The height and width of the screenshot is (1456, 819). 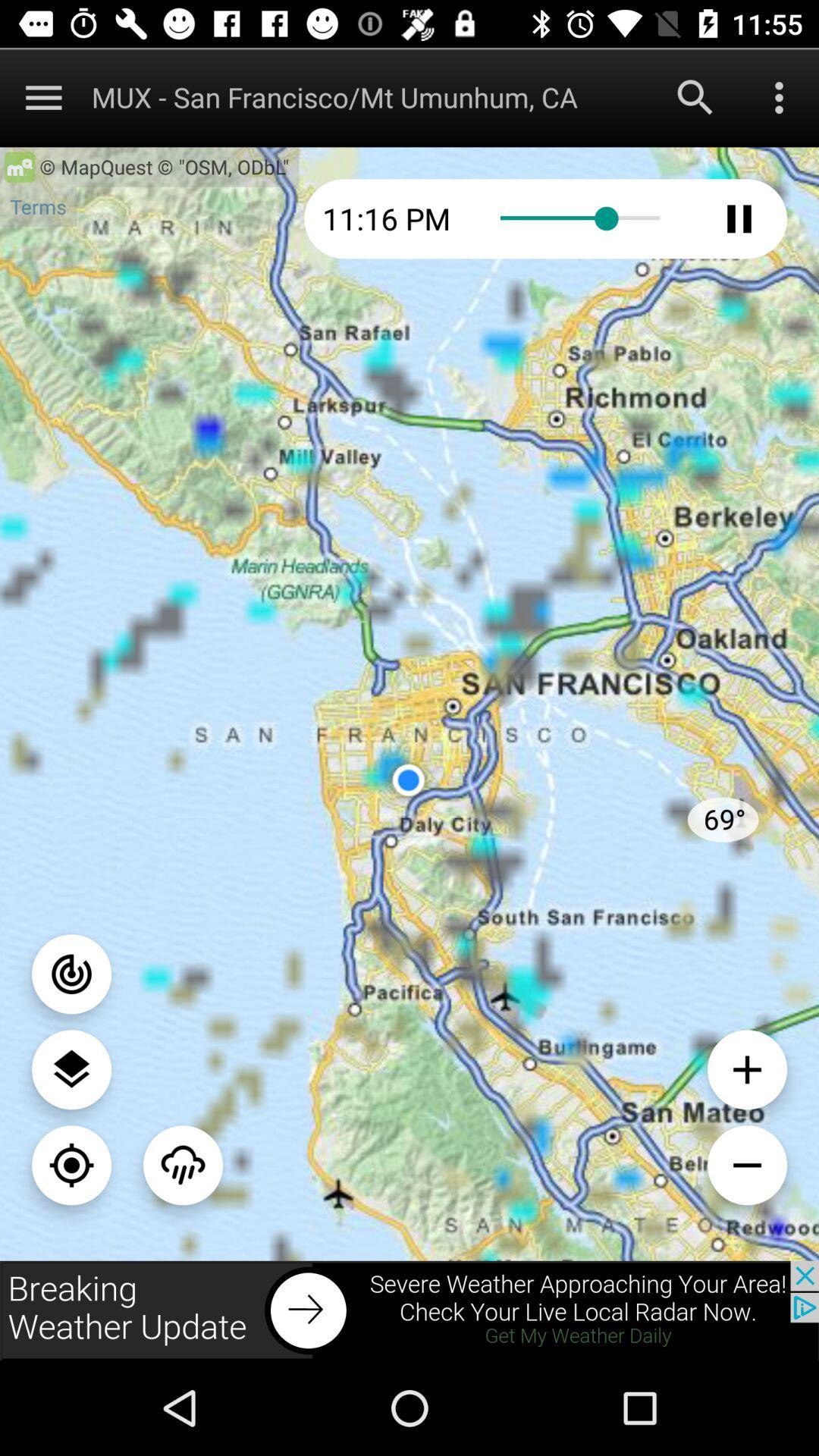 I want to click on zooming, so click(x=71, y=1164).